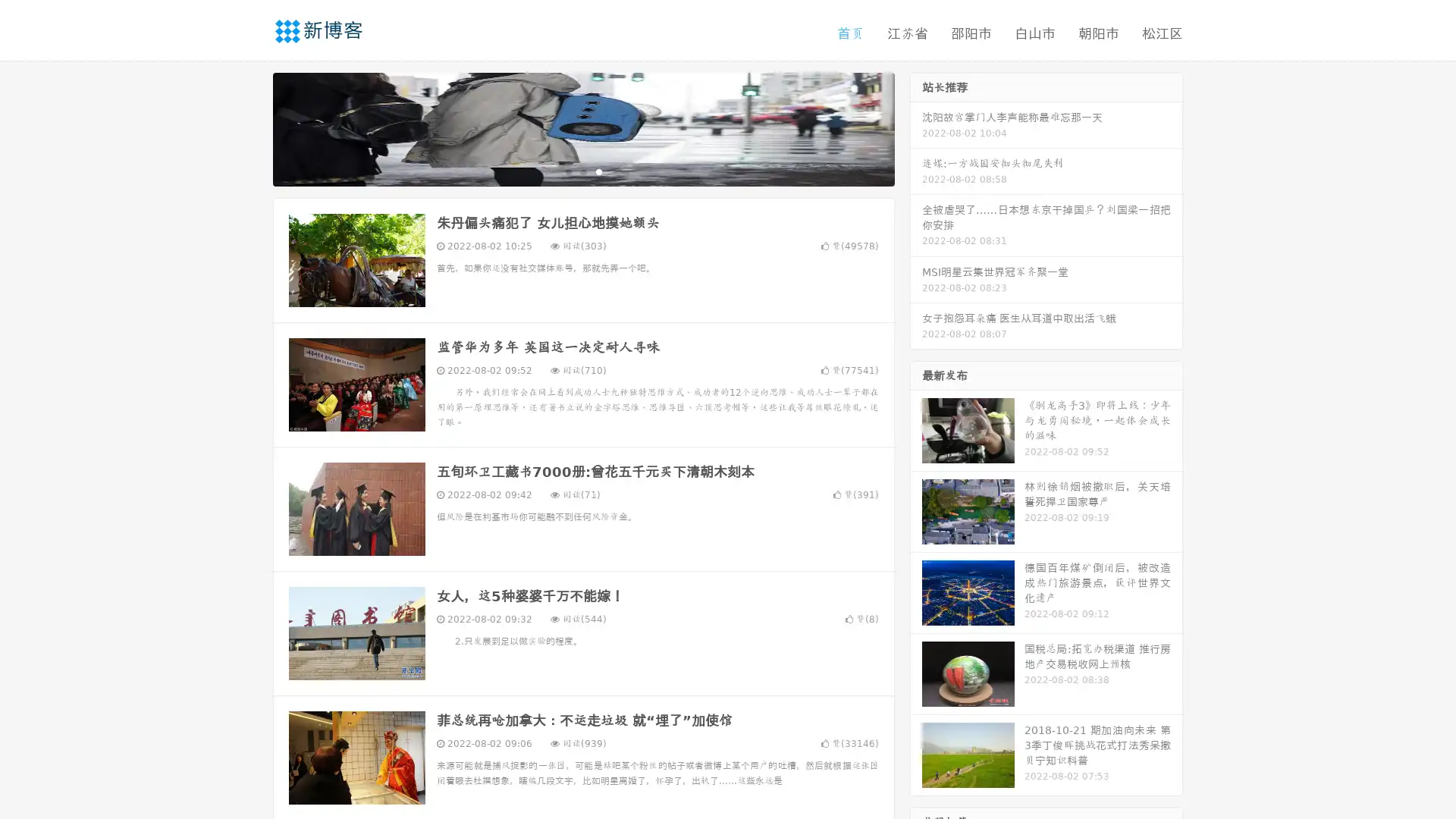 Image resolution: width=1456 pixels, height=819 pixels. I want to click on Previous slide, so click(250, 127).